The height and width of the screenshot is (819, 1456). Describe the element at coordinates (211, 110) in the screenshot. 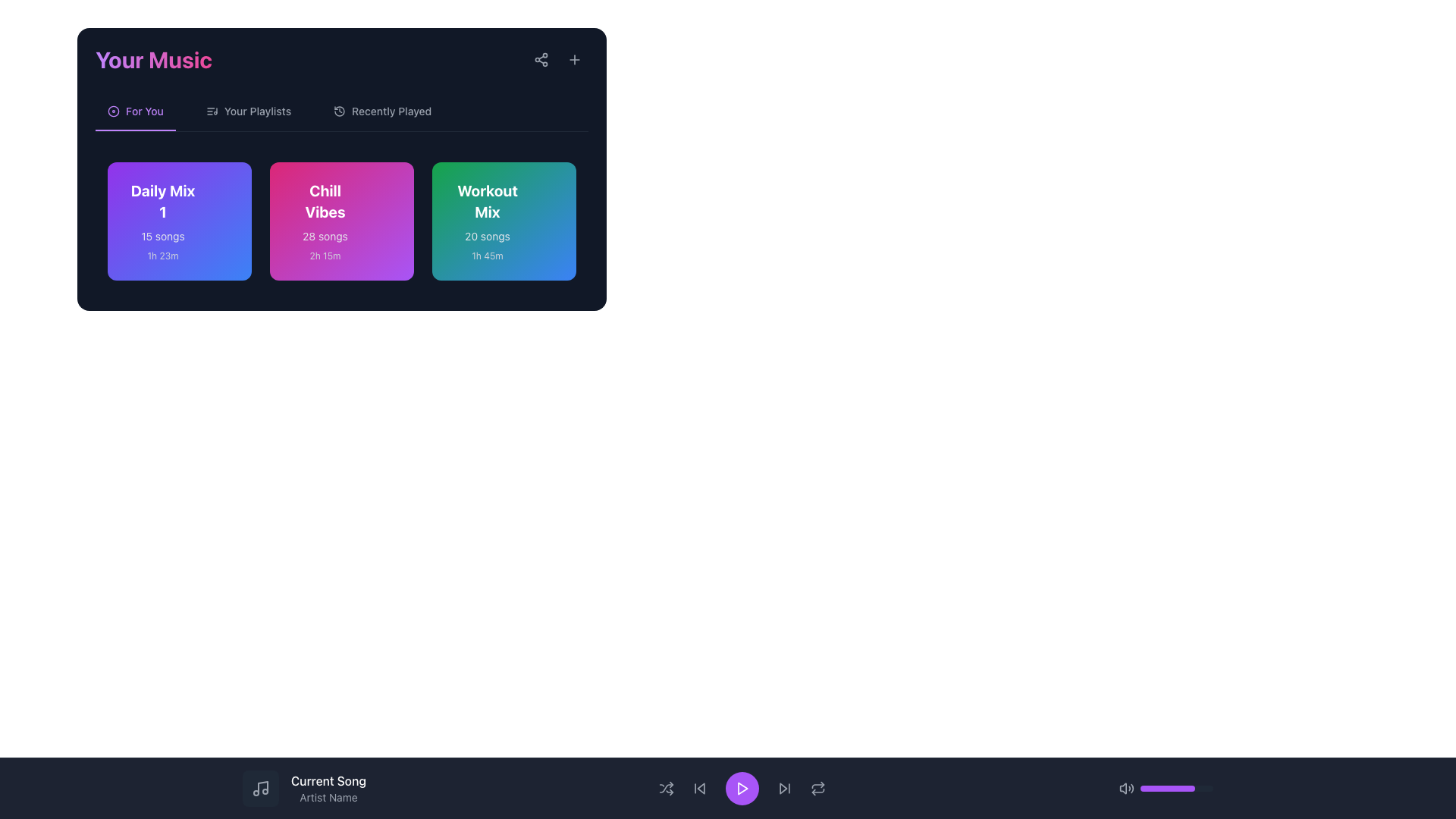

I see `the 'Your Playlists' icon which serves as a visual indicator for accessing playlists, located under the 'Your Music' header` at that location.